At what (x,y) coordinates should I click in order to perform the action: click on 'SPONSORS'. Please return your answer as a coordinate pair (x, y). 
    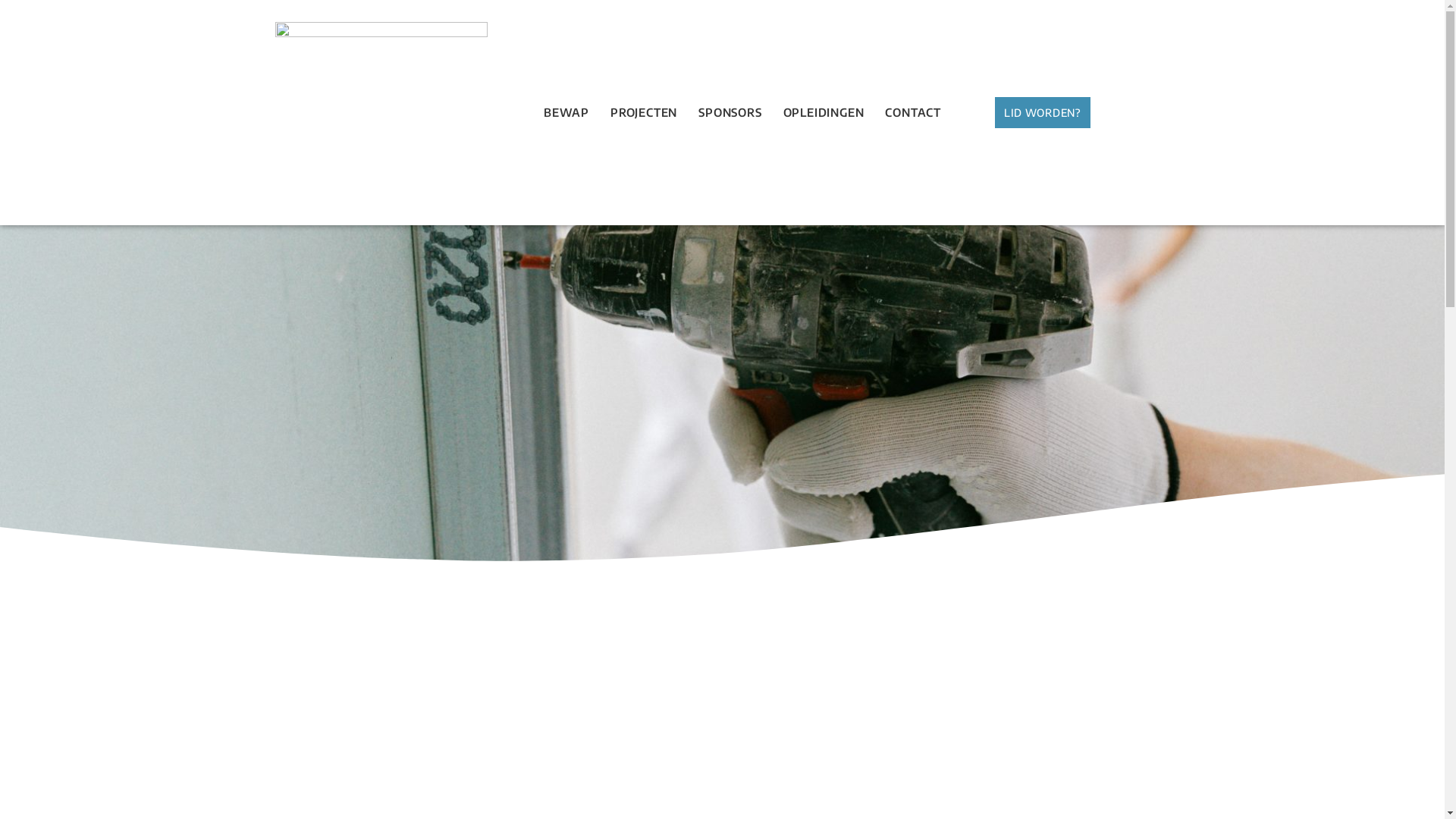
    Looking at the image, I should click on (730, 111).